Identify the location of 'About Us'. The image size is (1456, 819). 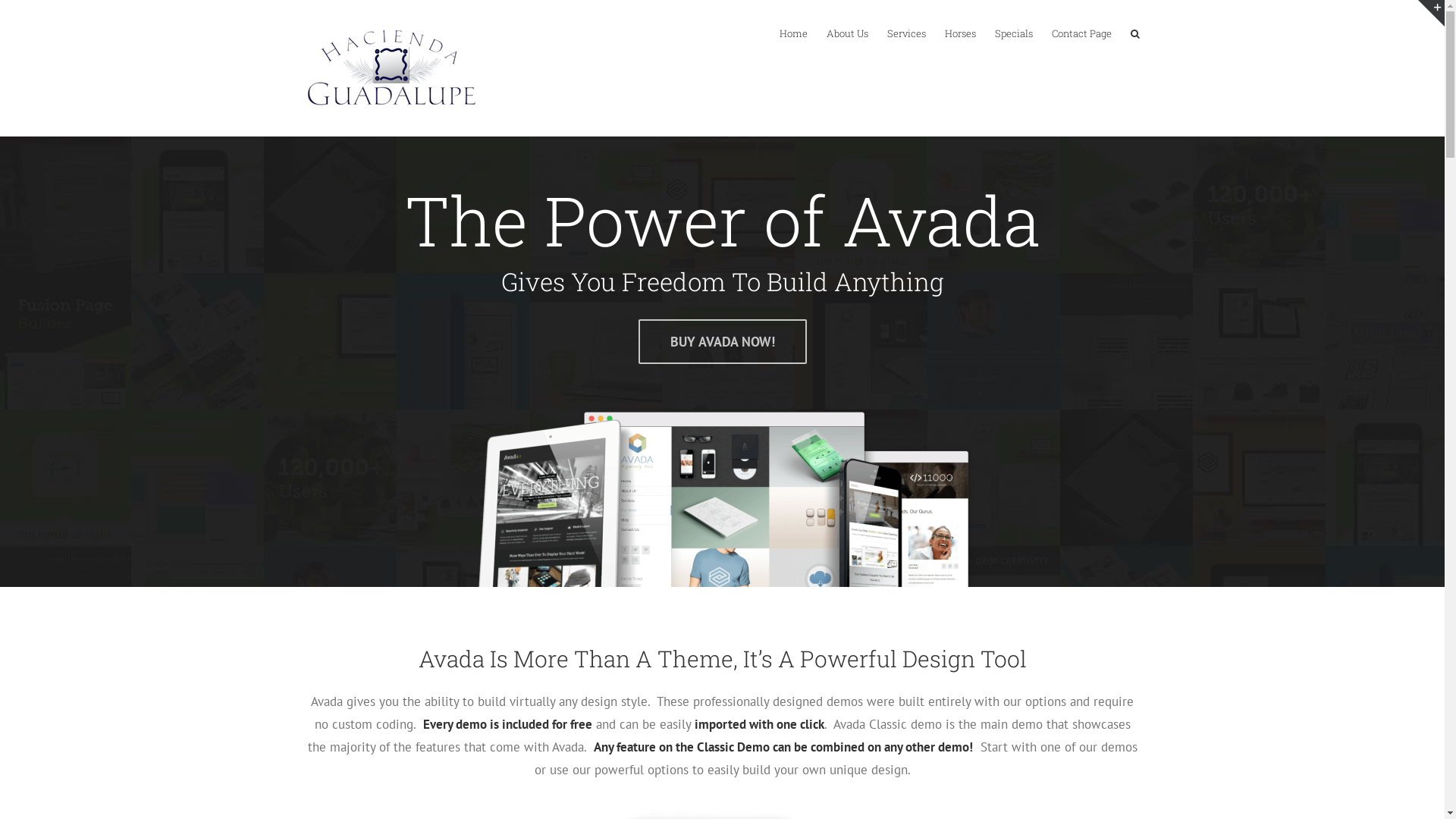
(846, 32).